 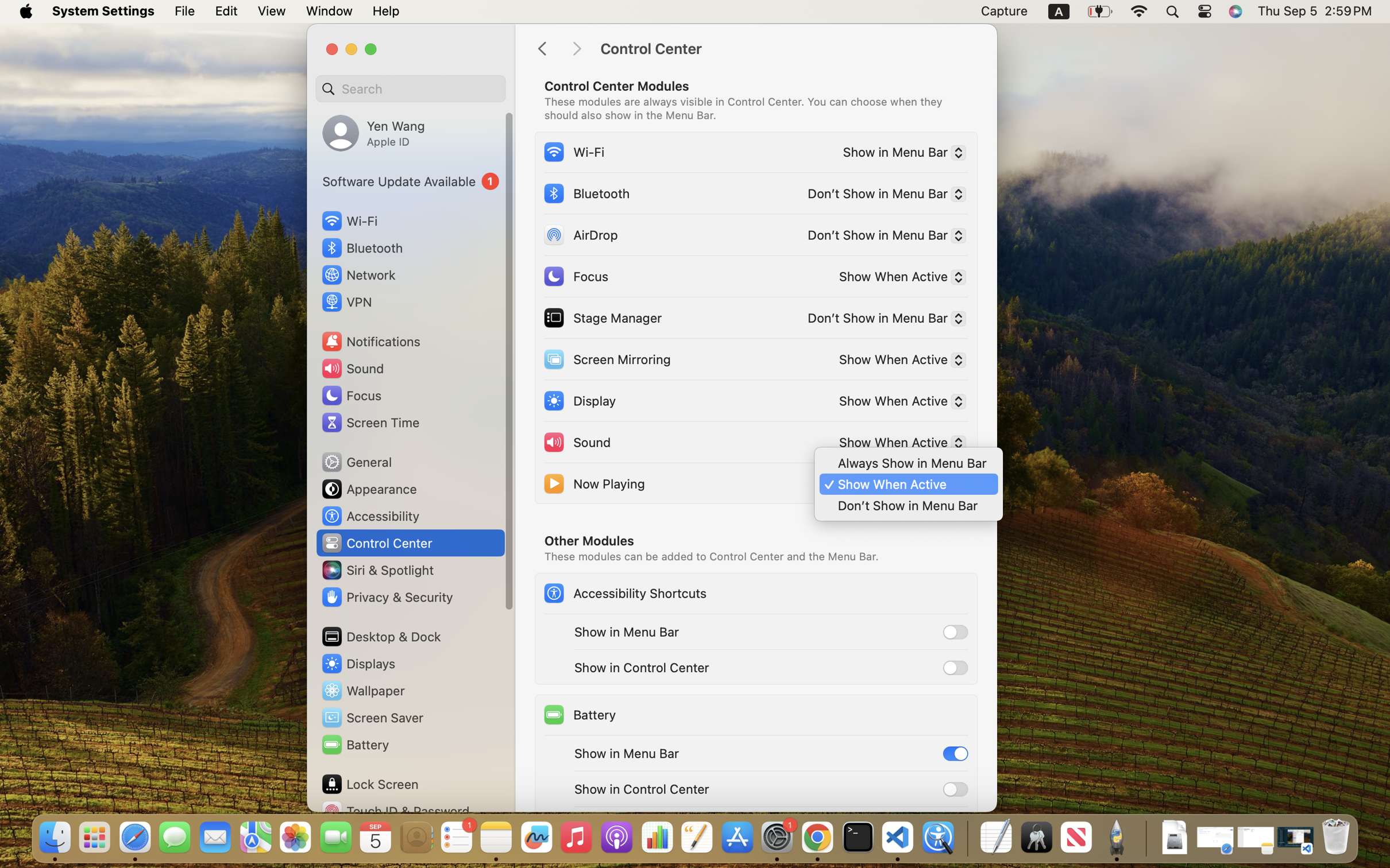 What do you see at coordinates (370, 422) in the screenshot?
I see `'Screen Time'` at bounding box center [370, 422].